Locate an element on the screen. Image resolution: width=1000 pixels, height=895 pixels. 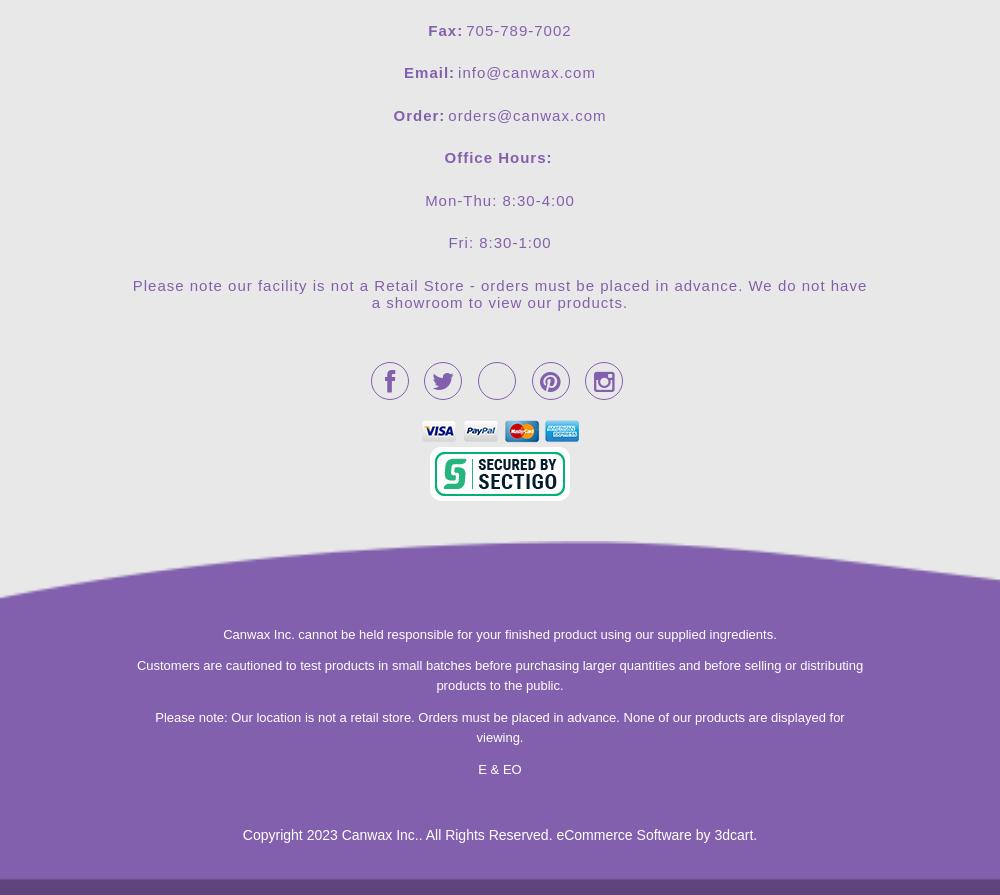
'Email:' is located at coordinates (404, 72).